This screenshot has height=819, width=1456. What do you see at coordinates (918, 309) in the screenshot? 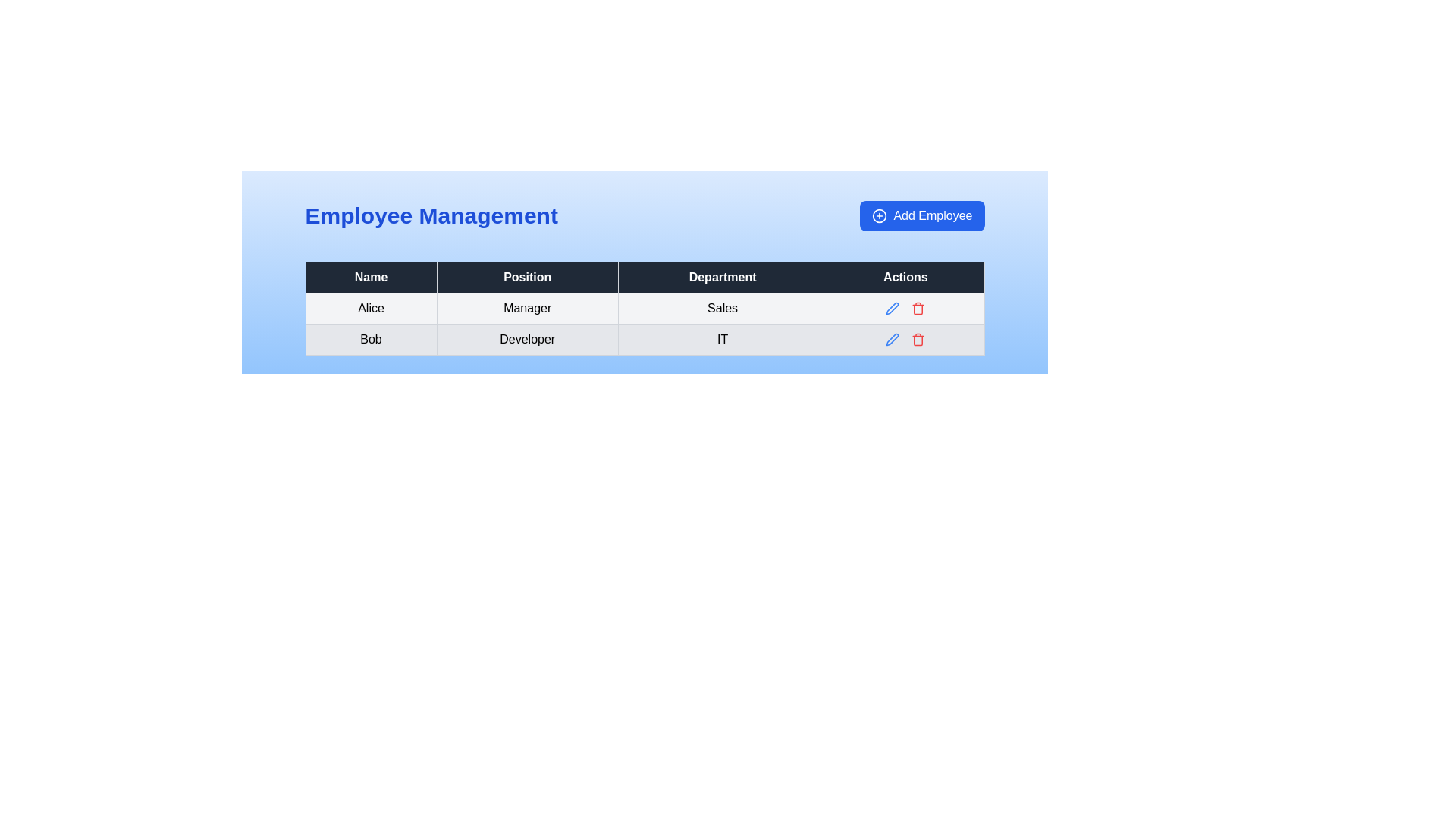
I see `the trash can icon located in the 'Actions' column of the user management table, specifically in the second row` at bounding box center [918, 309].